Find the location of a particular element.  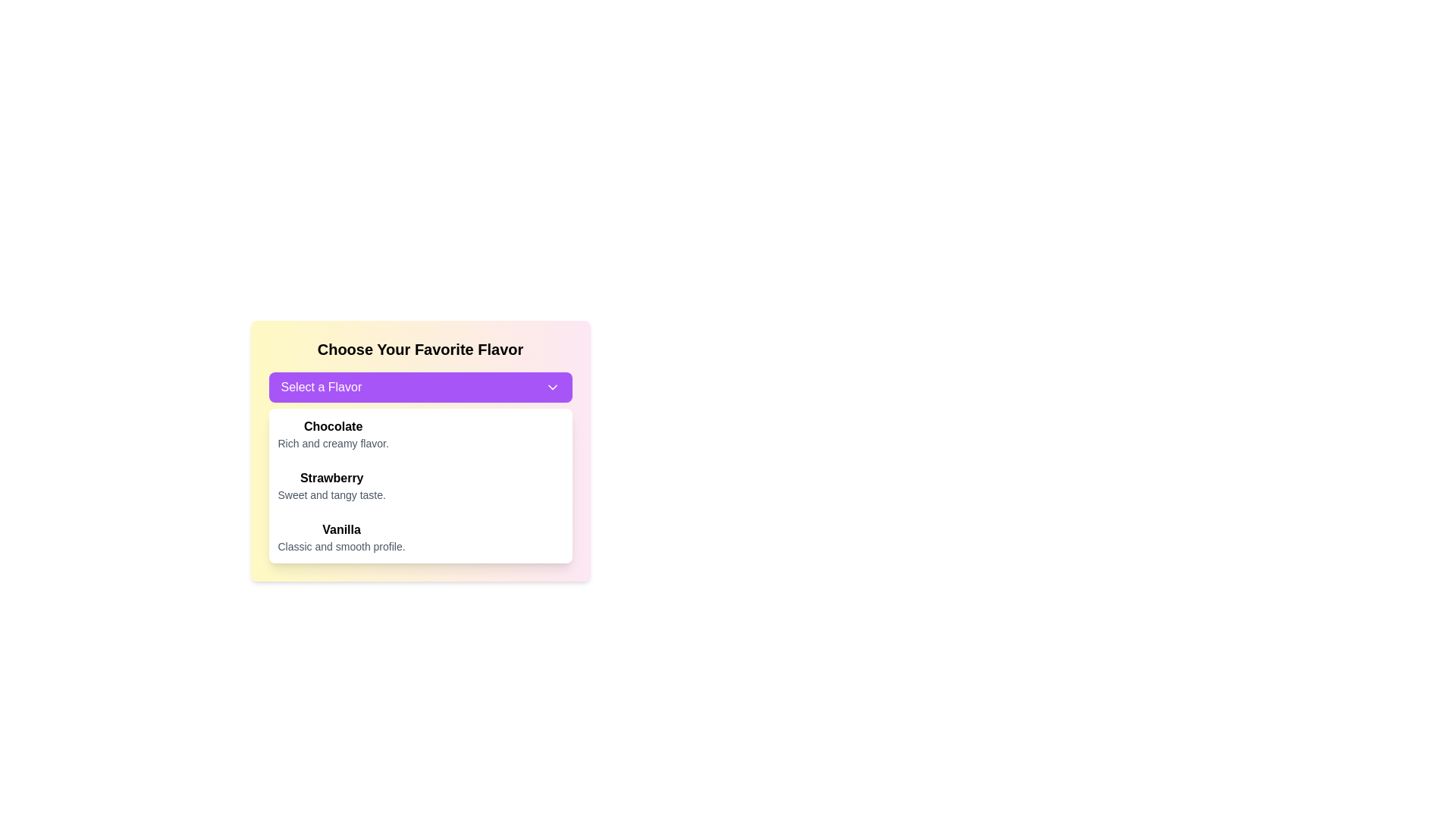

contents of the bold static text label reading 'Chocolate' located at the top of the flavor options list is located at coordinates (332, 427).